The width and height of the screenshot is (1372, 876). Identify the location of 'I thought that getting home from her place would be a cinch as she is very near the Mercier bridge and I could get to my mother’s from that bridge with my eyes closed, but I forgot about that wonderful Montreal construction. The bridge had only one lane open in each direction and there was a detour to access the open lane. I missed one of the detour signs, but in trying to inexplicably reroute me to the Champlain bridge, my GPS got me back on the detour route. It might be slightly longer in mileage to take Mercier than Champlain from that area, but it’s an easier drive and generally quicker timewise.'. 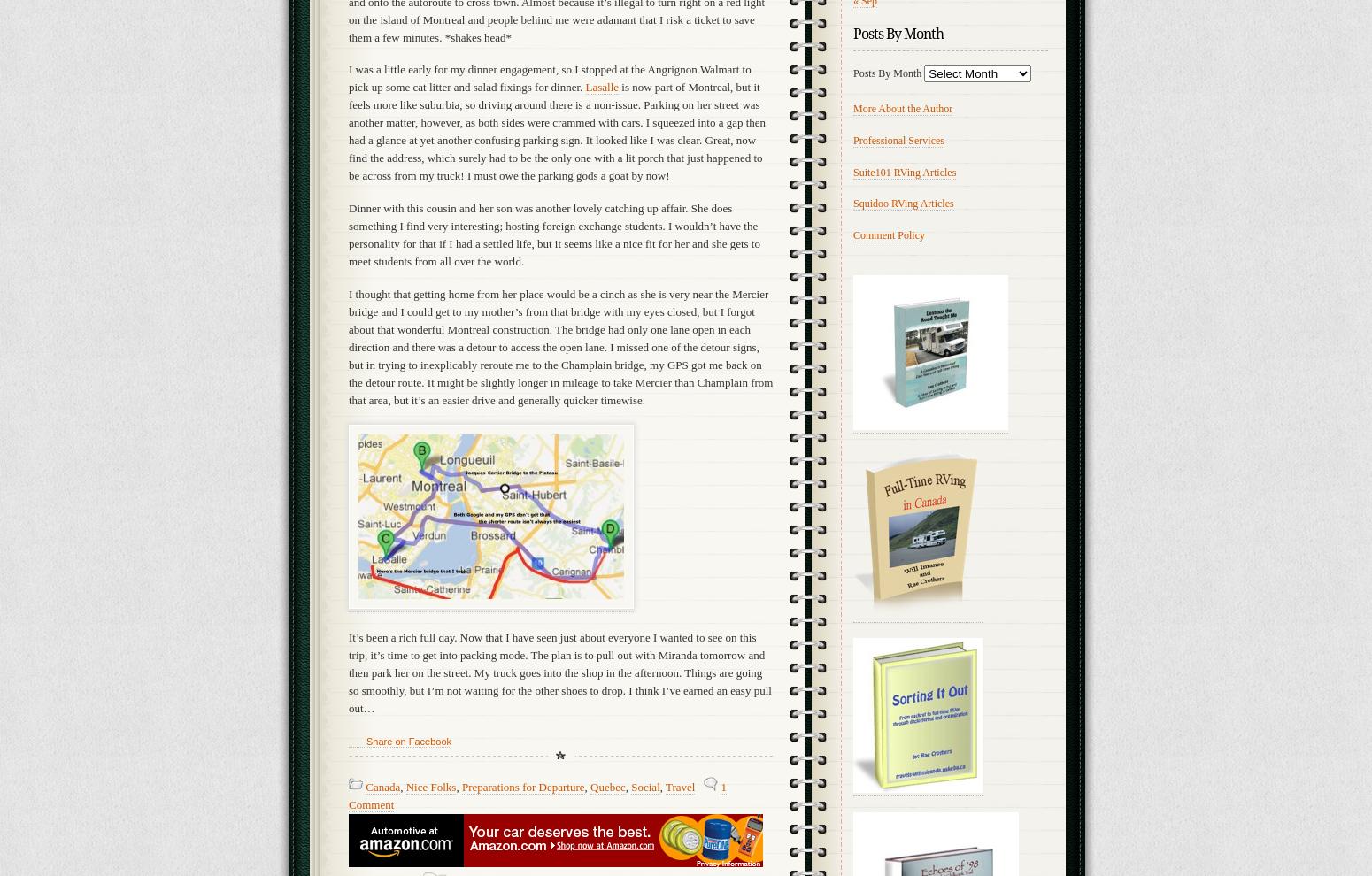
(559, 347).